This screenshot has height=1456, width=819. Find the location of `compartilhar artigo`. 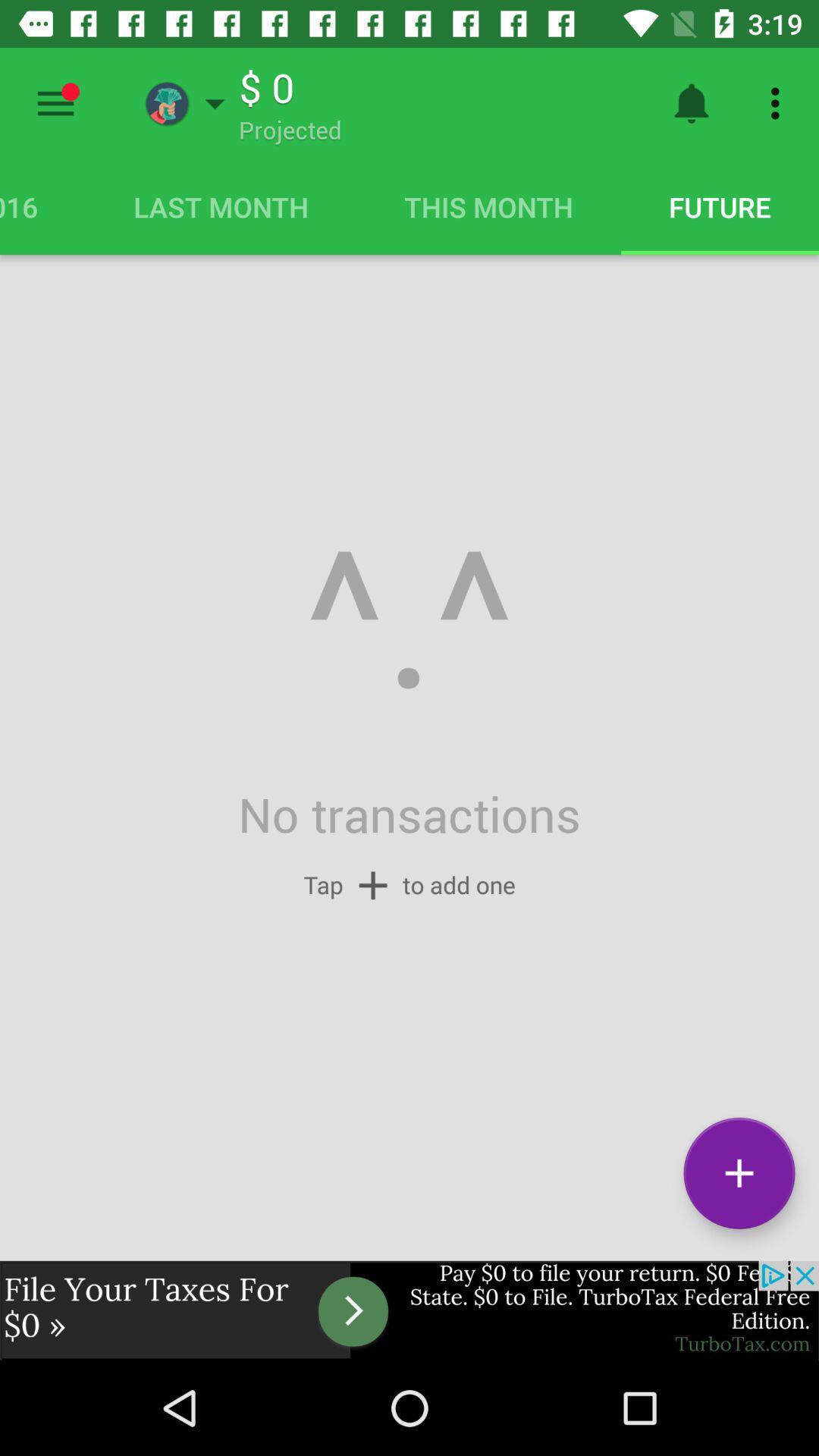

compartilhar artigo is located at coordinates (55, 102).